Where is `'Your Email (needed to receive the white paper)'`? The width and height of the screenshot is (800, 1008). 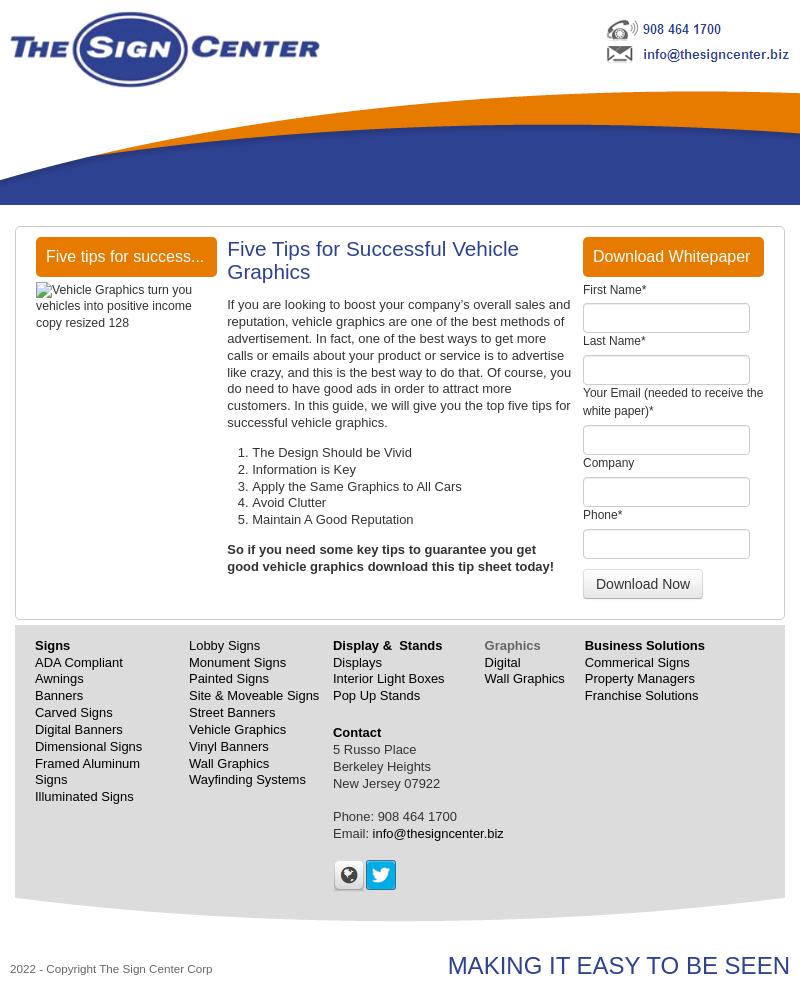
'Your Email (needed to receive the white paper)' is located at coordinates (673, 401).